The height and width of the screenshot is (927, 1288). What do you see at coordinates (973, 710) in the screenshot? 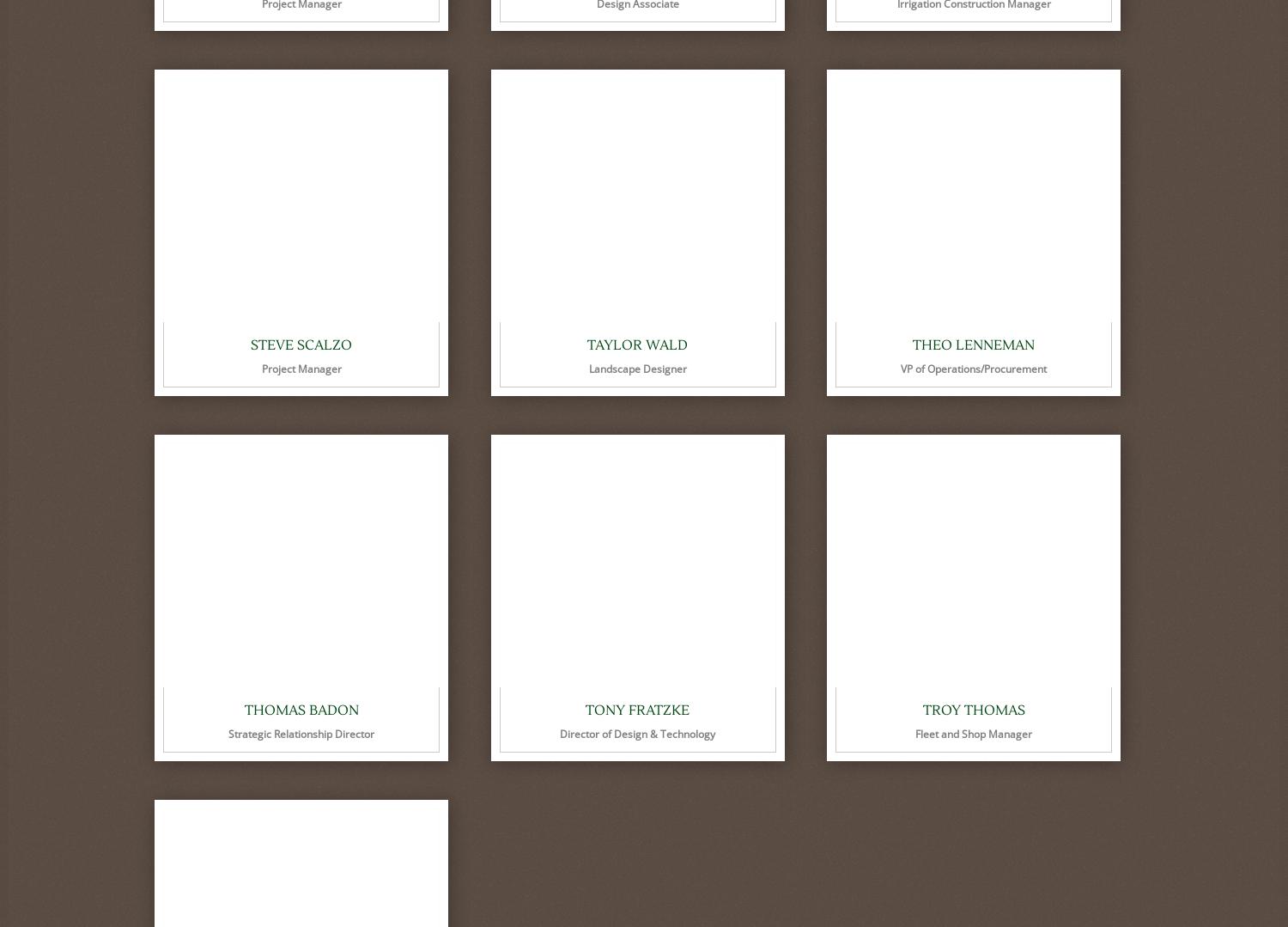
I see `'Troy Thomas'` at bounding box center [973, 710].